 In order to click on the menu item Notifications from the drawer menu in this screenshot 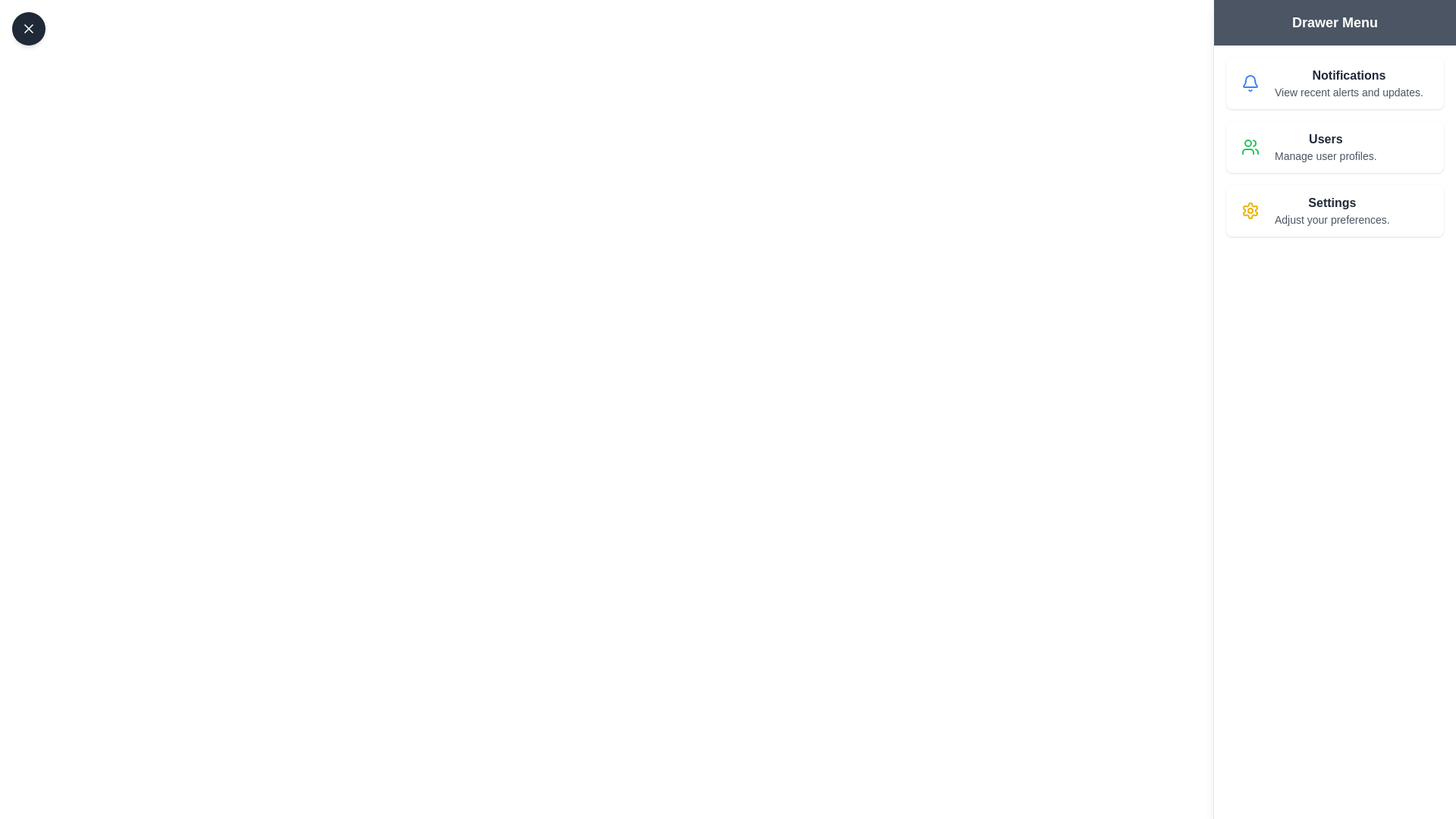, I will do `click(1335, 83)`.